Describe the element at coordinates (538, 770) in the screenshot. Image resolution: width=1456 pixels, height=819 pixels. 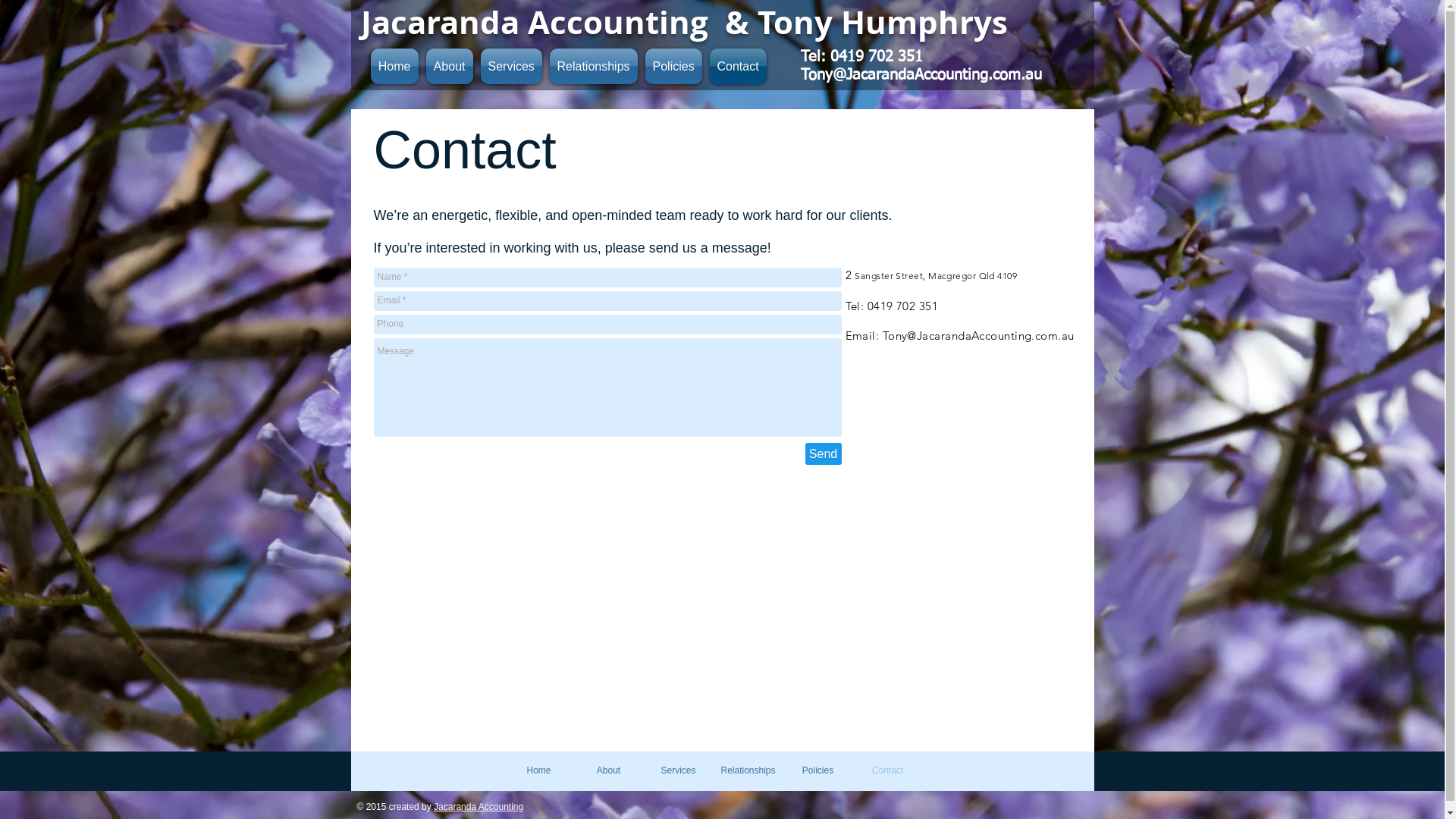
I see `'Home'` at that location.